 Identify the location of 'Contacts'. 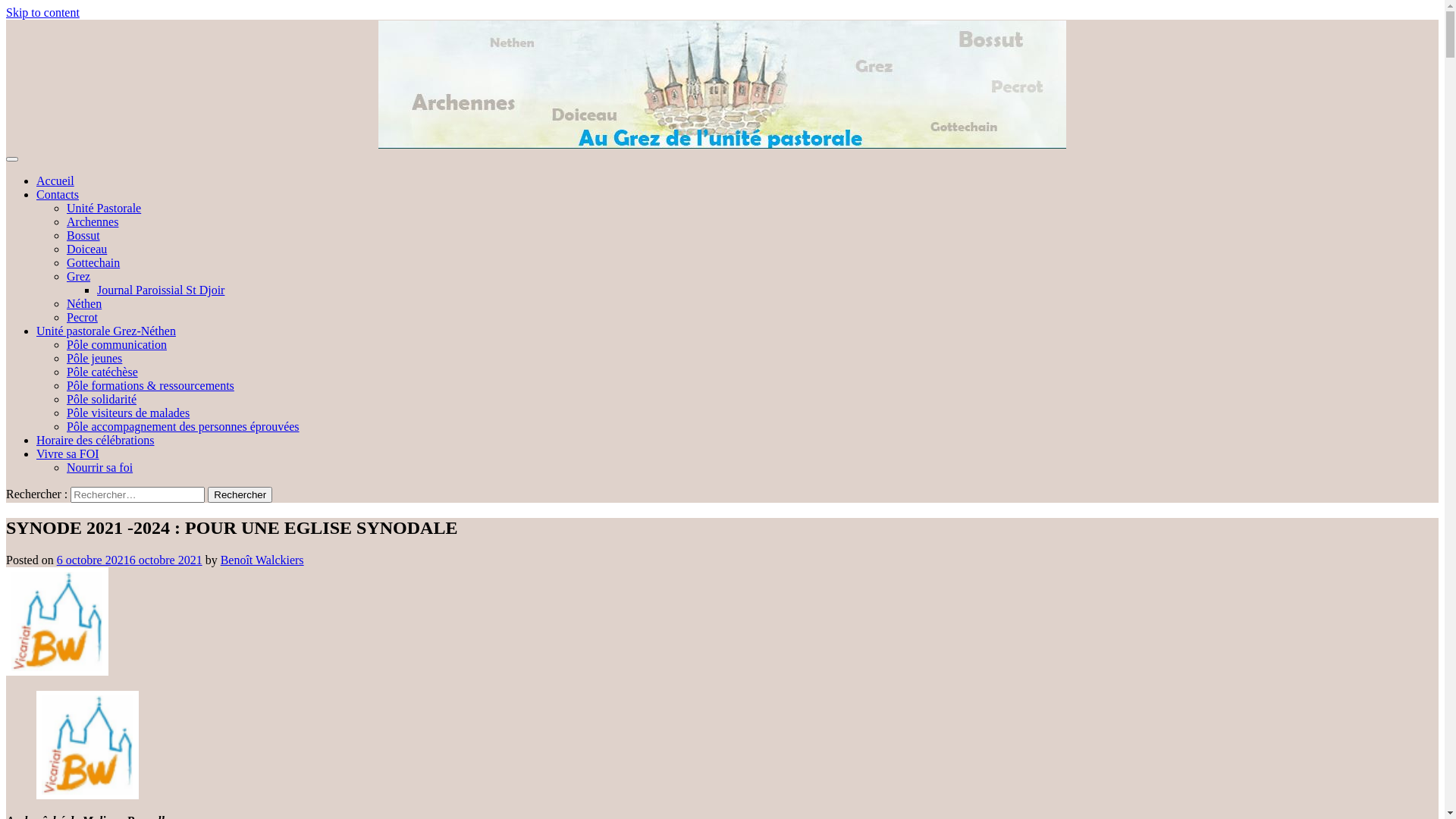
(58, 193).